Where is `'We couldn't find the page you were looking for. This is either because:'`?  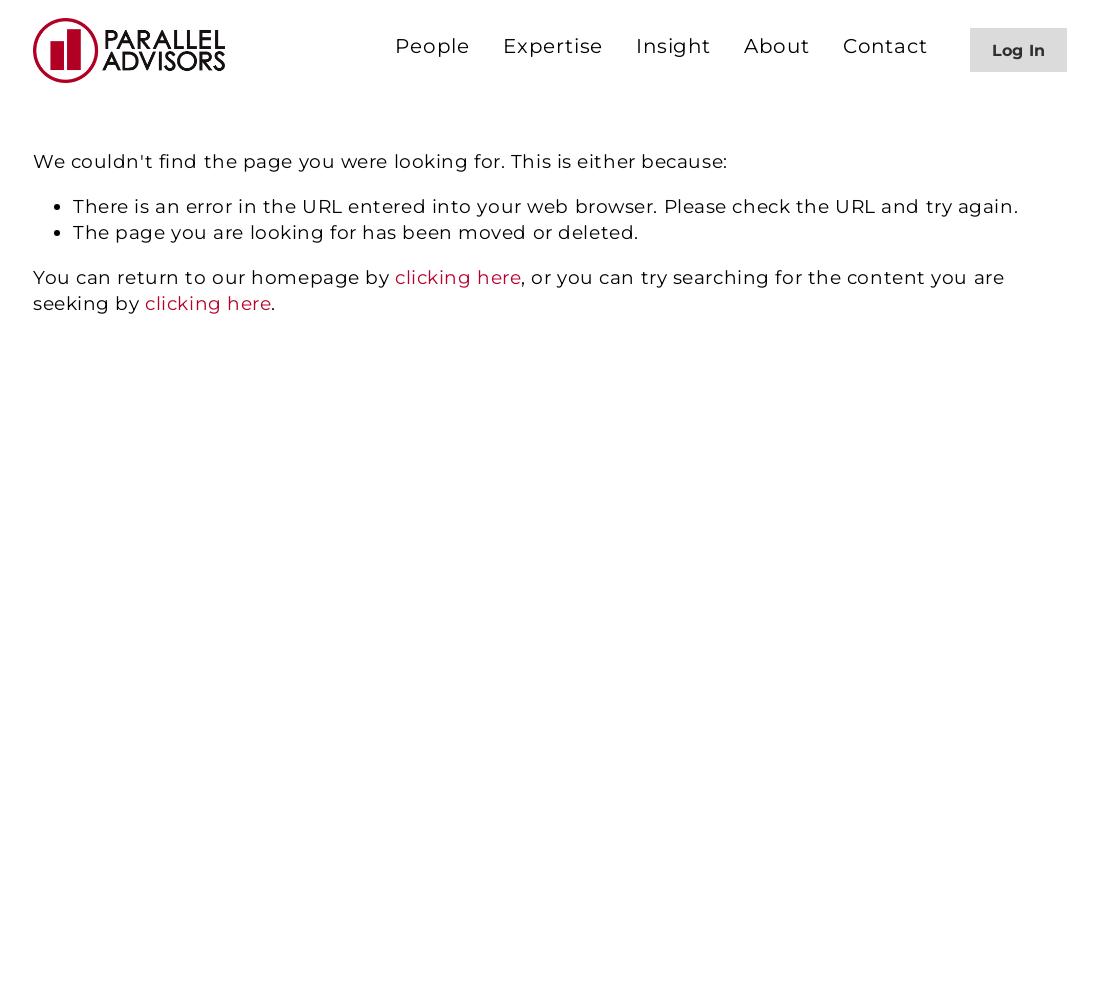 'We couldn't find the page you were looking for. This is either because:' is located at coordinates (380, 161).